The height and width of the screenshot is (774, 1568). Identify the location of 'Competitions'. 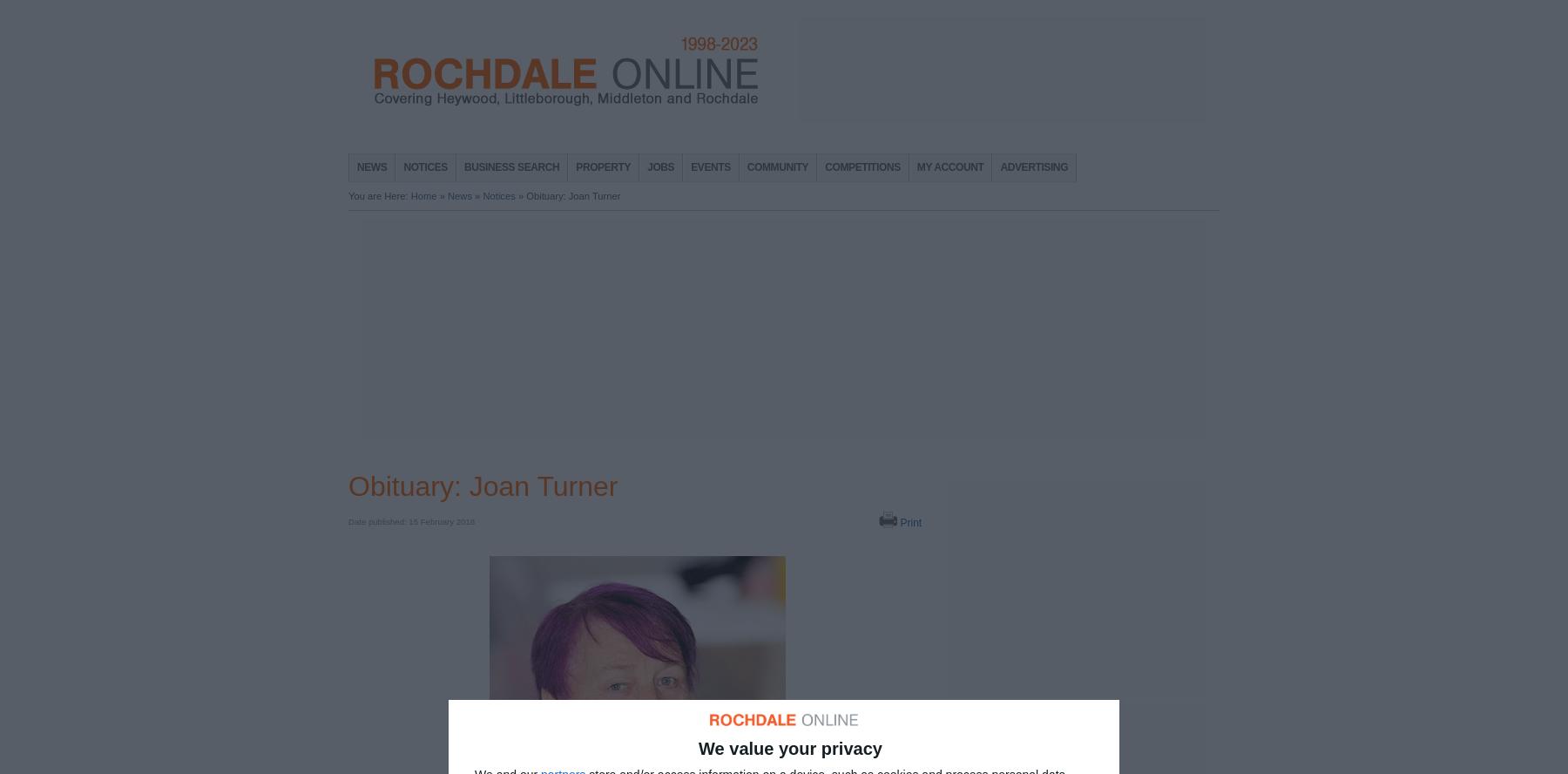
(862, 166).